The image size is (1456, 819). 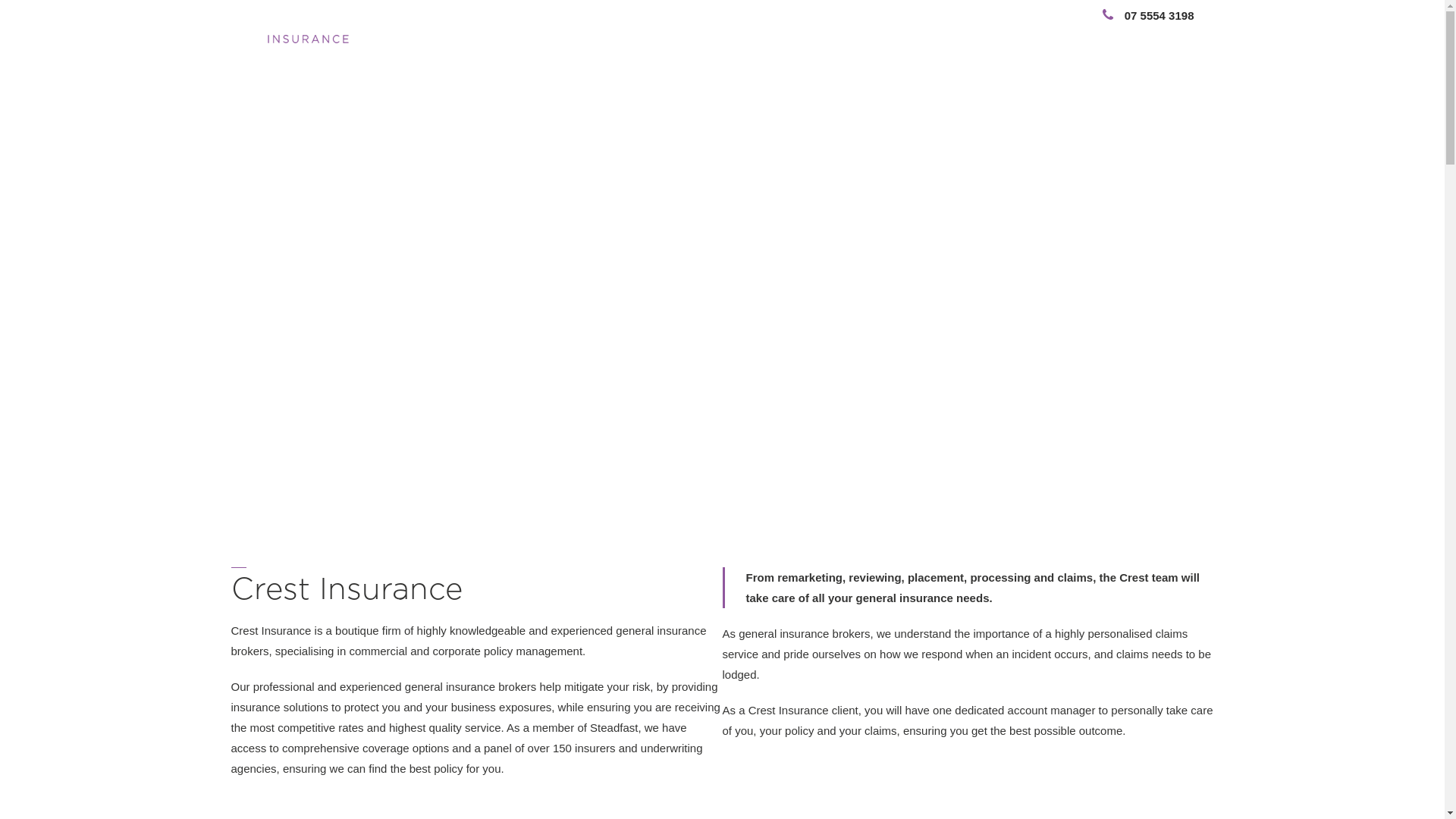 What do you see at coordinates (1082, 15) in the screenshot?
I see `'07 5554 3198'` at bounding box center [1082, 15].